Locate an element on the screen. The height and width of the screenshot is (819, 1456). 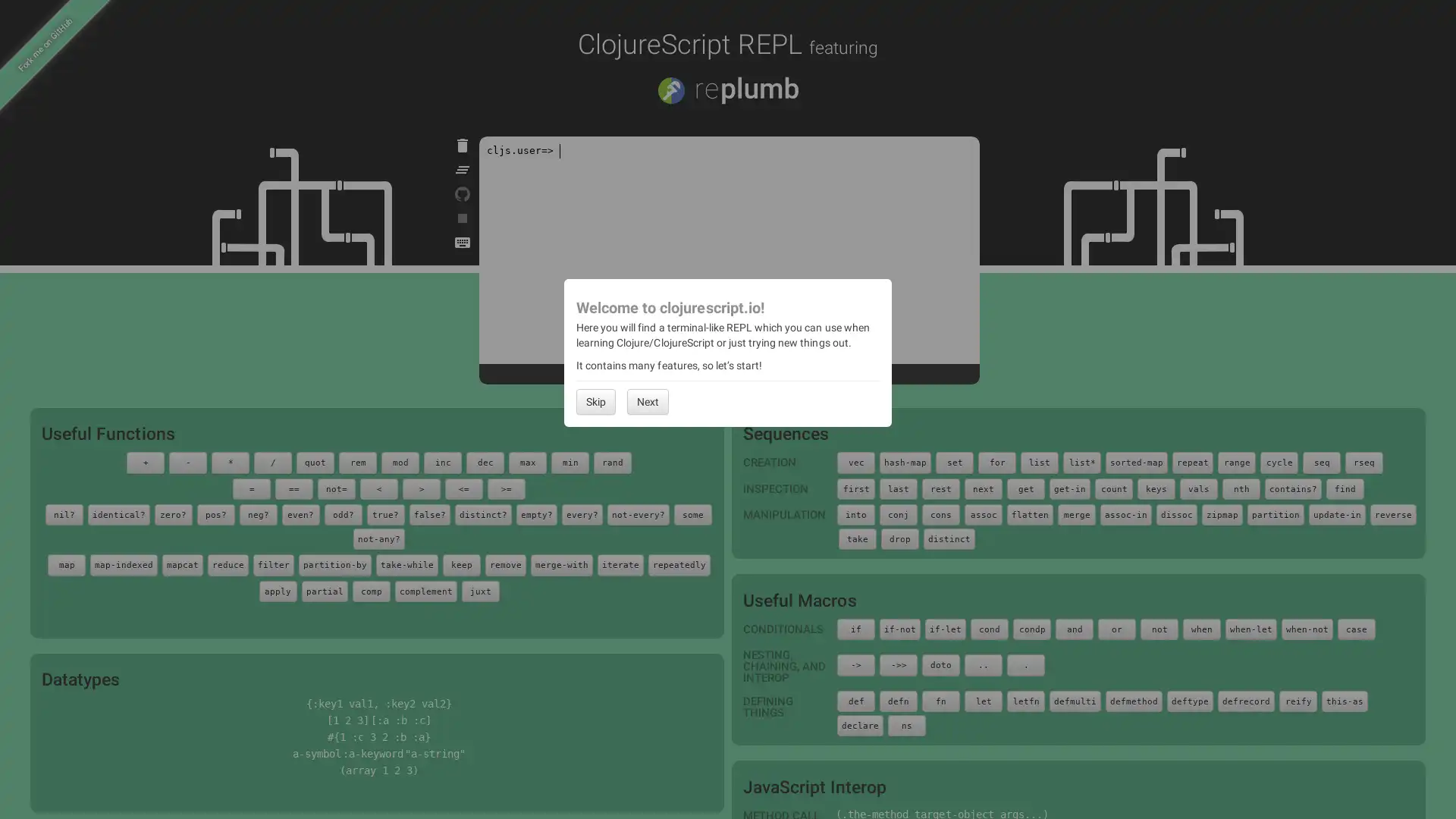
let is located at coordinates (983, 701).